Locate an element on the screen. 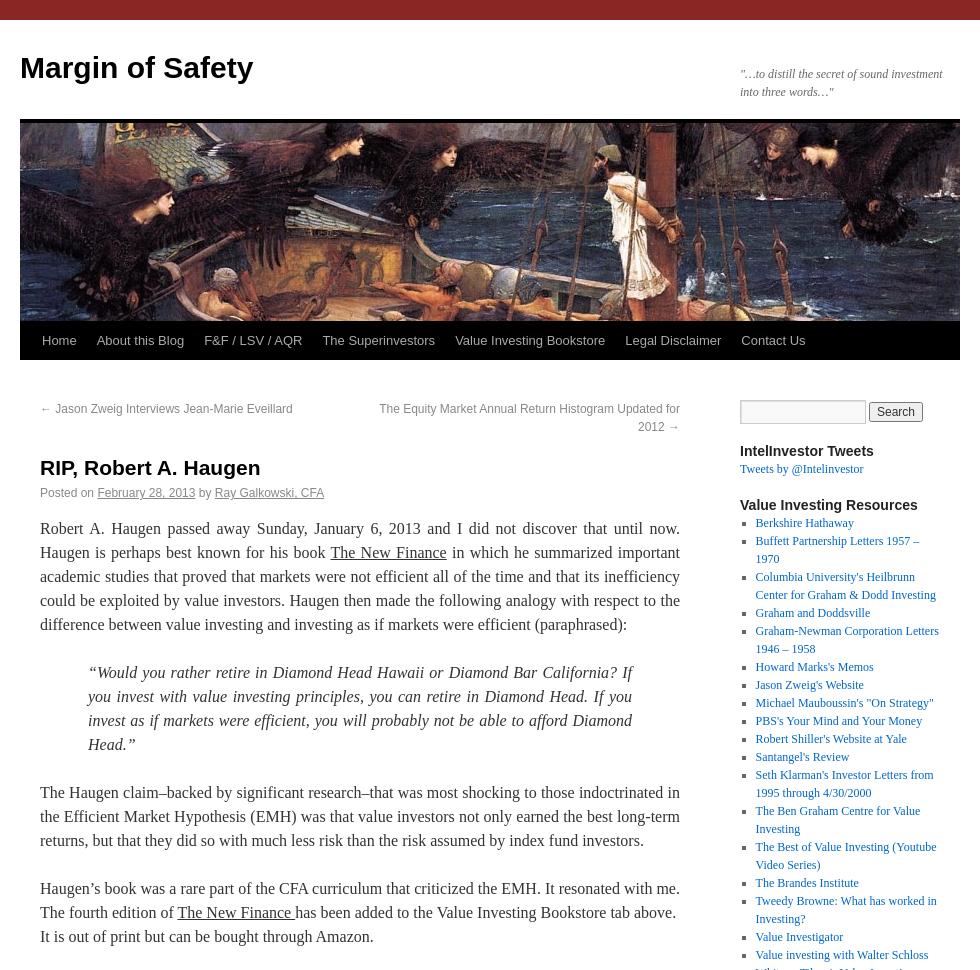  'Graham and Doddsville' is located at coordinates (812, 613).